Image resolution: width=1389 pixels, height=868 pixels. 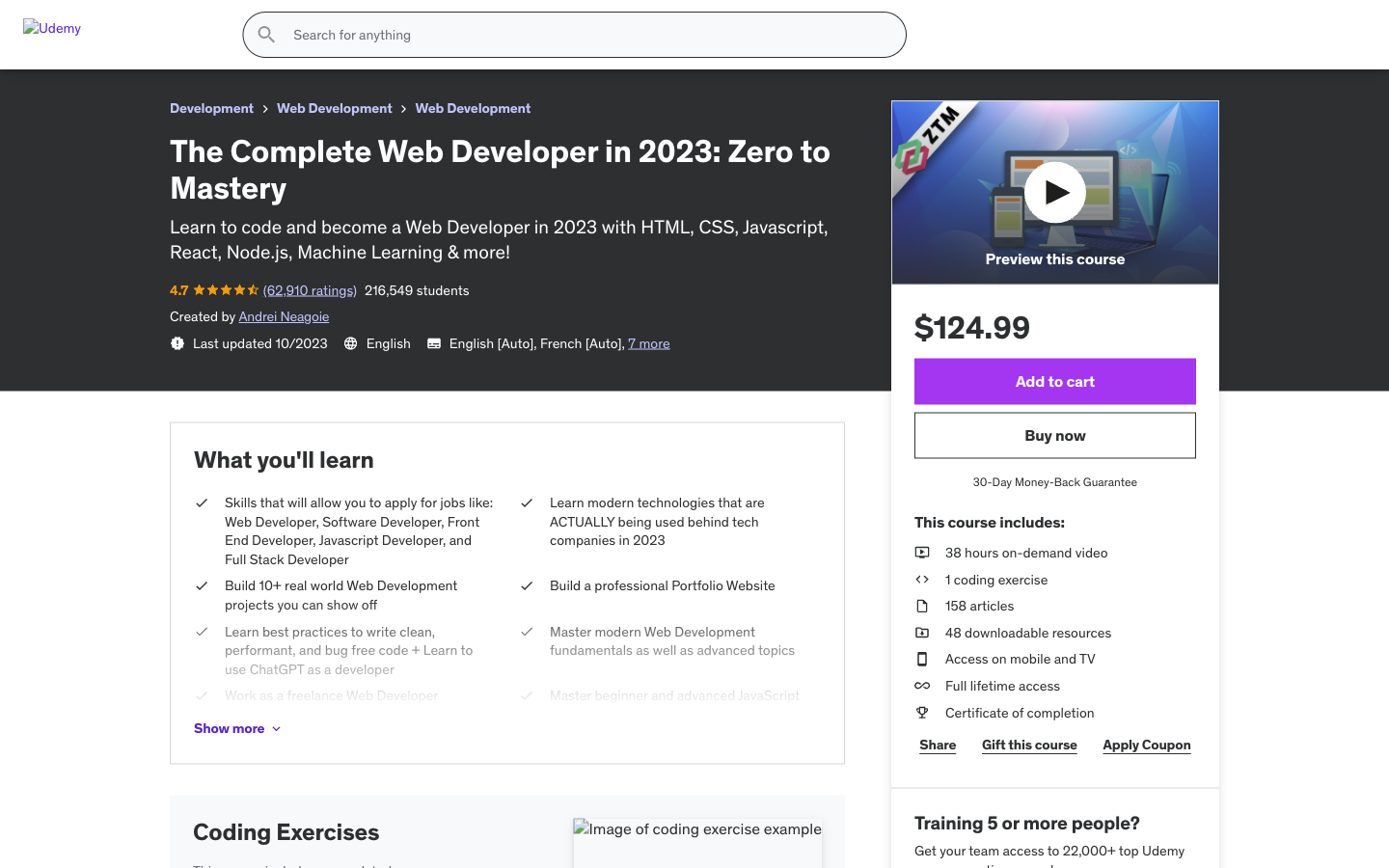 I want to click on Inspect the price bracket for kid"s footwear category, so click(x=234, y=598).